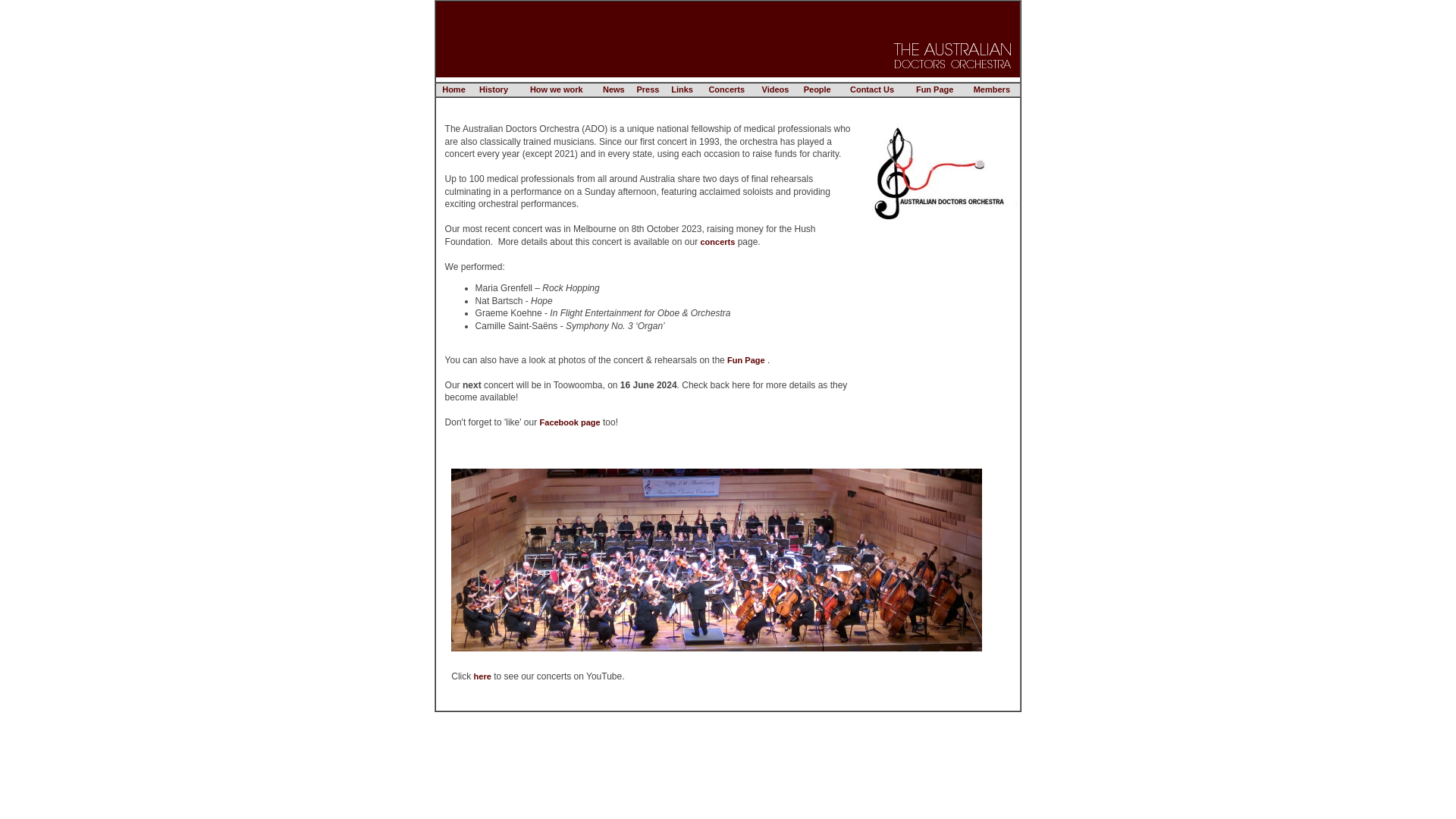 This screenshot has width=1456, height=819. I want to click on 'Press', so click(648, 89).